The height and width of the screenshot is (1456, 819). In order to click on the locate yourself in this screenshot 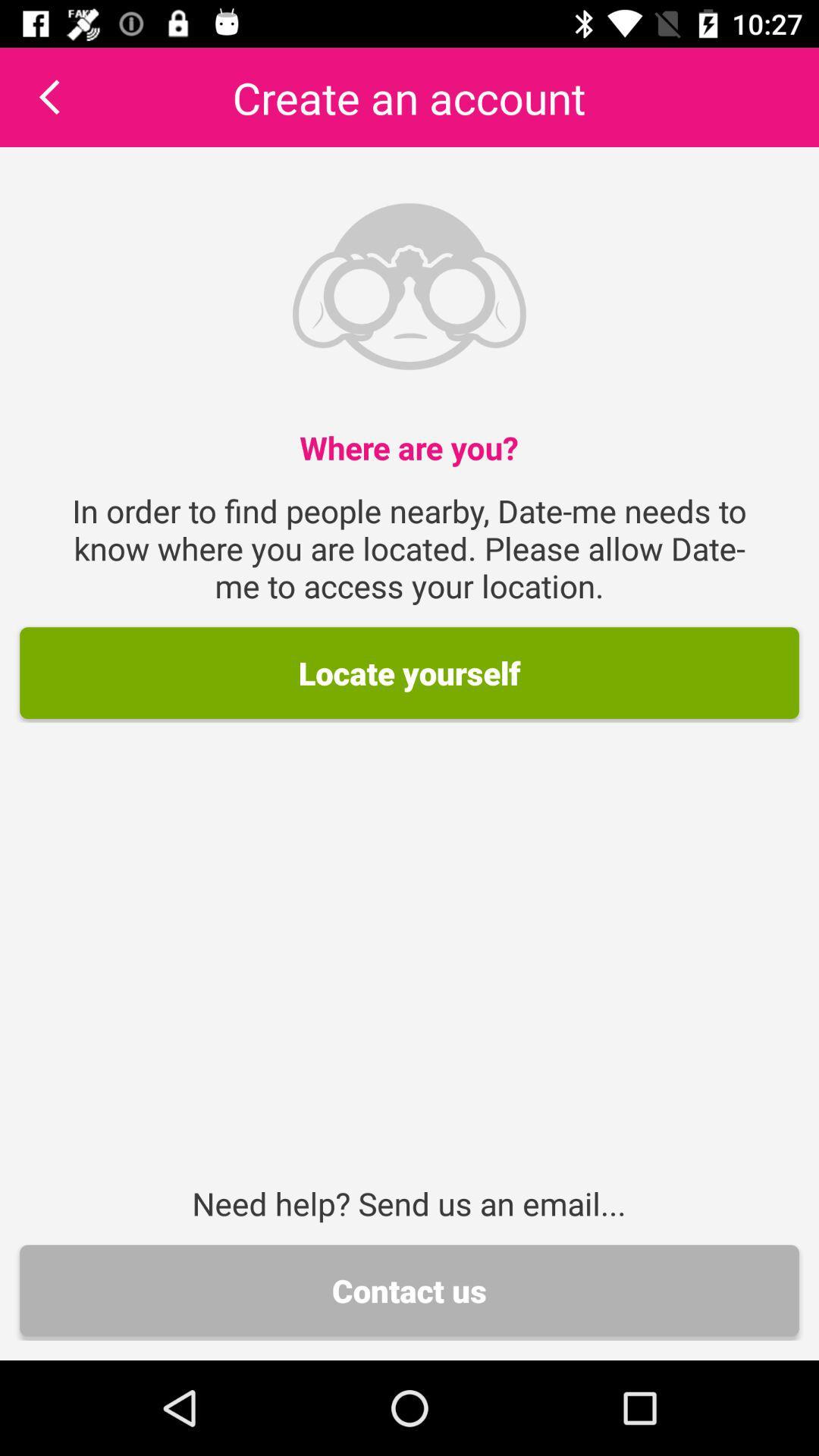, I will do `click(409, 672)`.